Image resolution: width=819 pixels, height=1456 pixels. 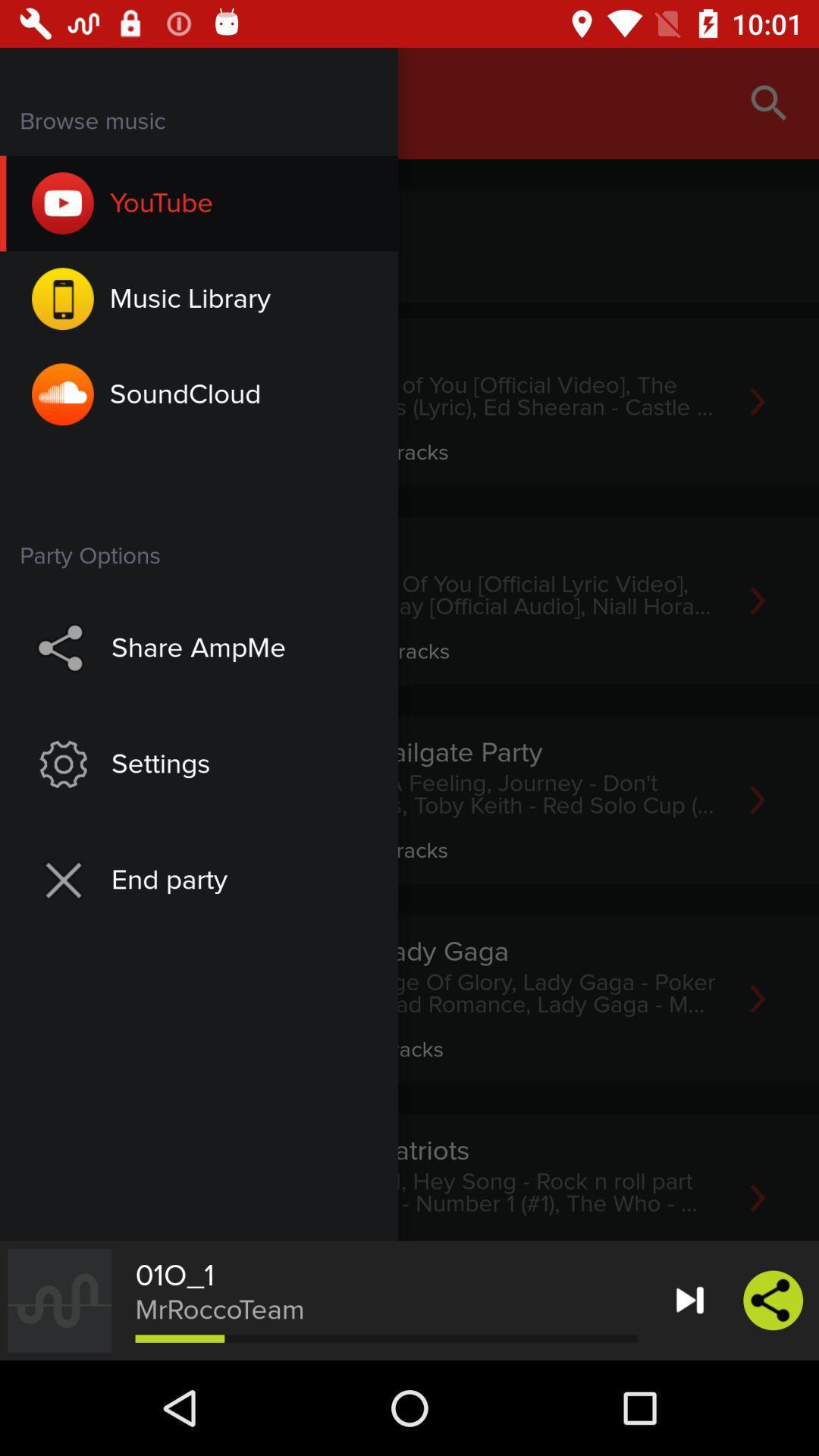 I want to click on the share icon, so click(x=773, y=1299).